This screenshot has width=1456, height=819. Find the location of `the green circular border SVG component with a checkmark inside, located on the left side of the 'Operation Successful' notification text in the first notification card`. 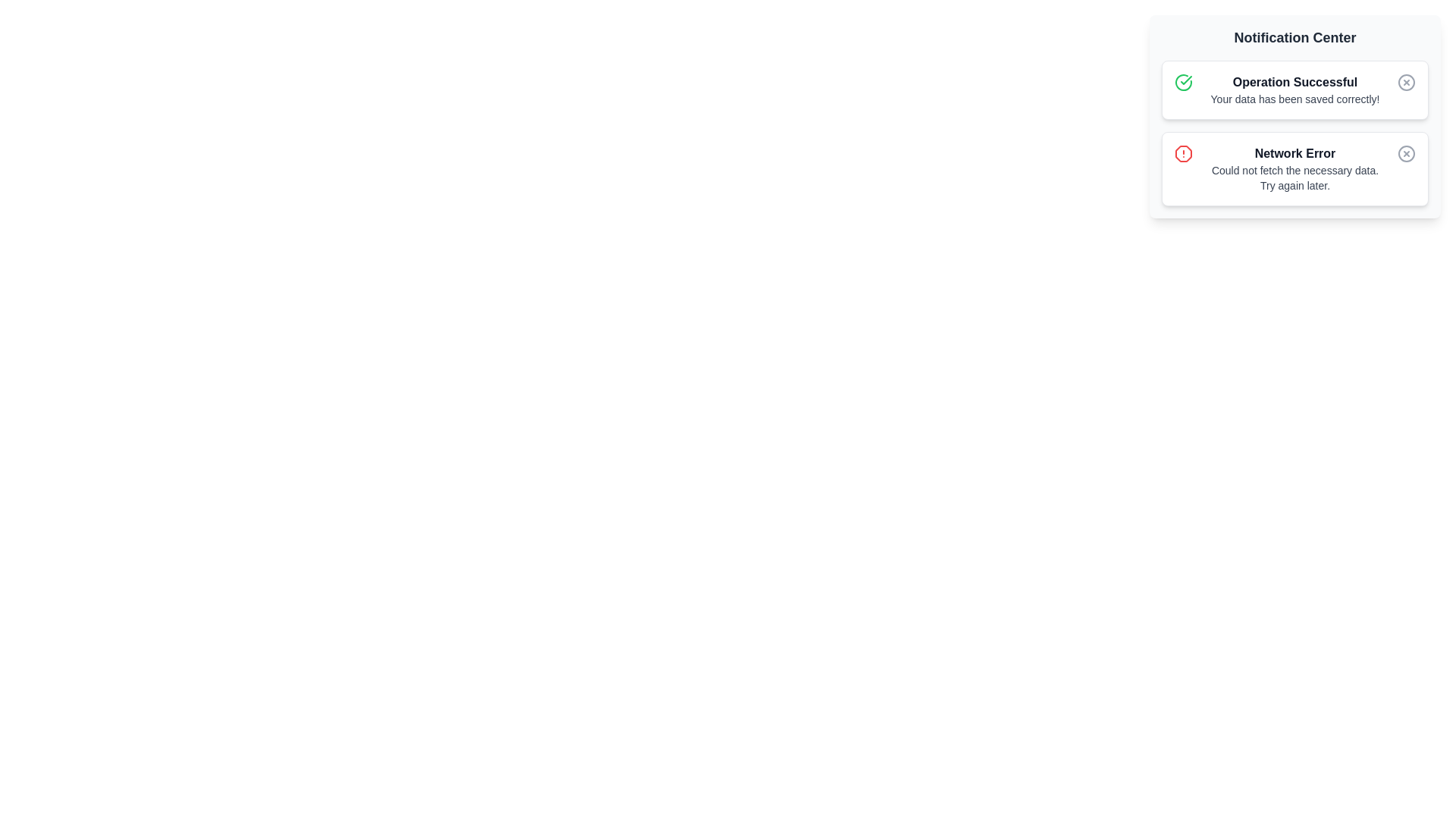

the green circular border SVG component with a checkmark inside, located on the left side of the 'Operation Successful' notification text in the first notification card is located at coordinates (1182, 82).